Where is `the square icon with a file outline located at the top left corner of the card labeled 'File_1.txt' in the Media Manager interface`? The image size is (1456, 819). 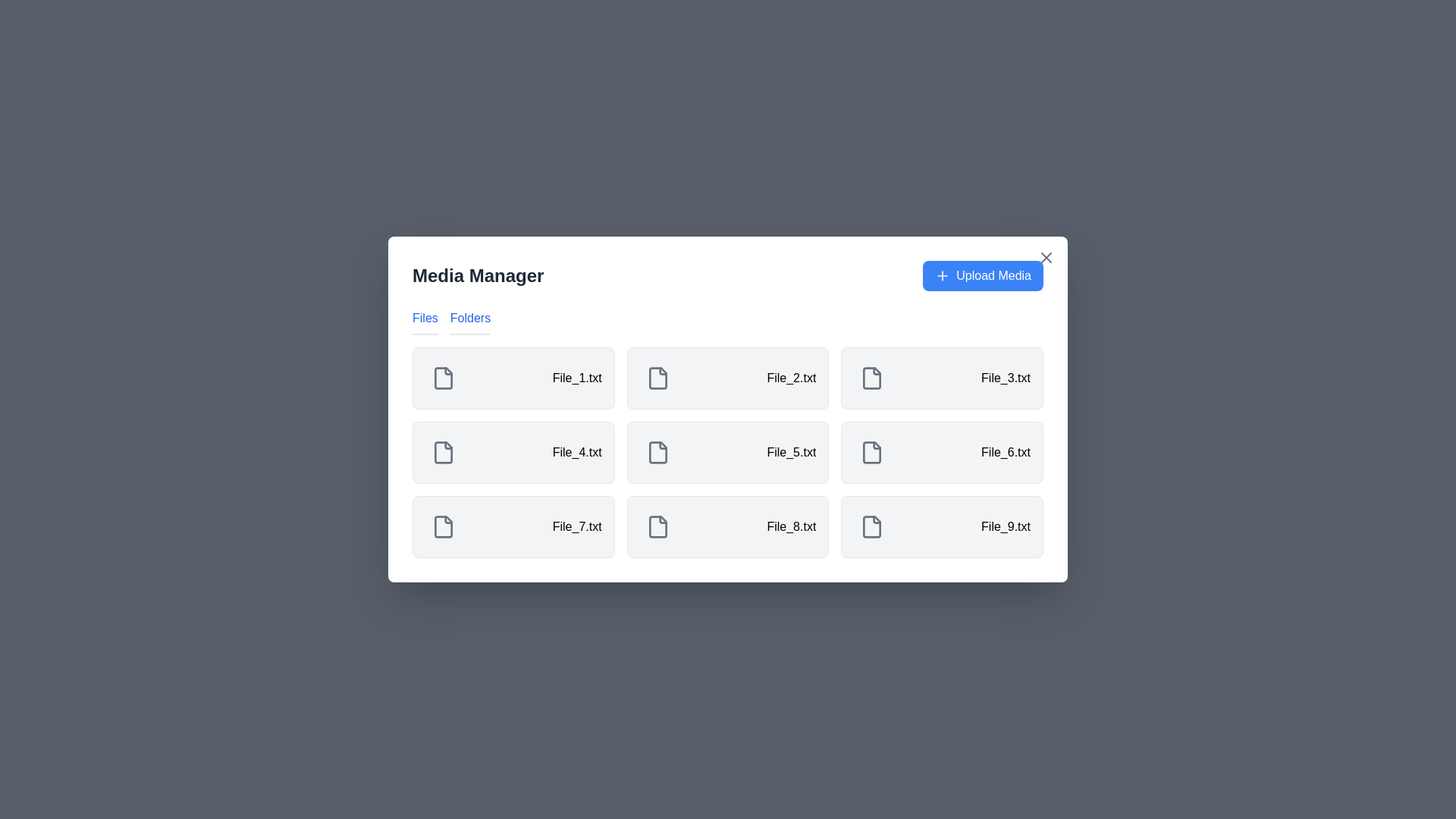 the square icon with a file outline located at the top left corner of the card labeled 'File_1.txt' in the Media Manager interface is located at coordinates (443, 377).